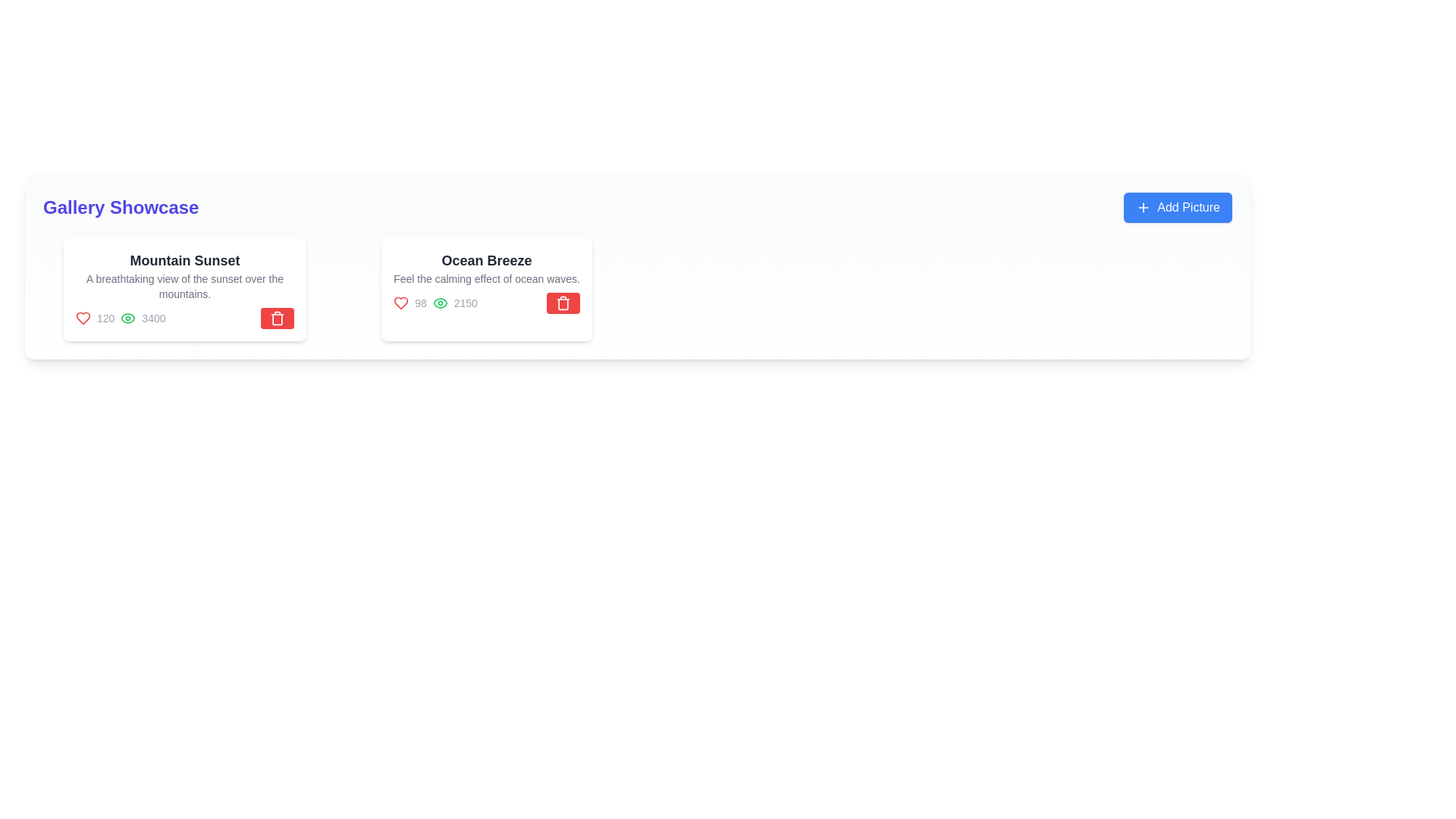  What do you see at coordinates (277, 318) in the screenshot?
I see `the red trash can icon located in the bottom right corner of the 'Ocean Breeze' card` at bounding box center [277, 318].